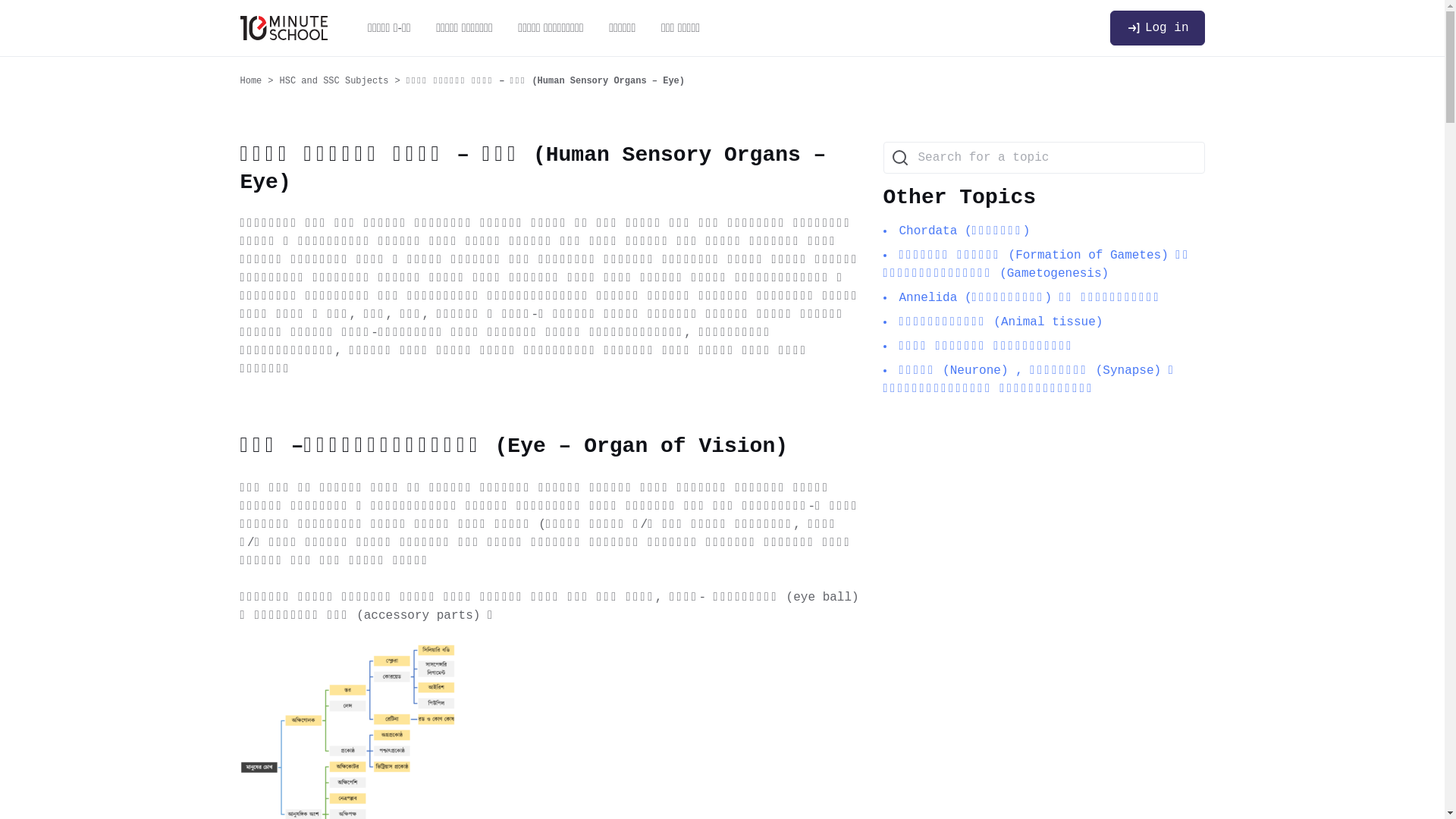 This screenshot has width=1456, height=819. What do you see at coordinates (280, 81) in the screenshot?
I see `'HSC and SSC Subjects'` at bounding box center [280, 81].